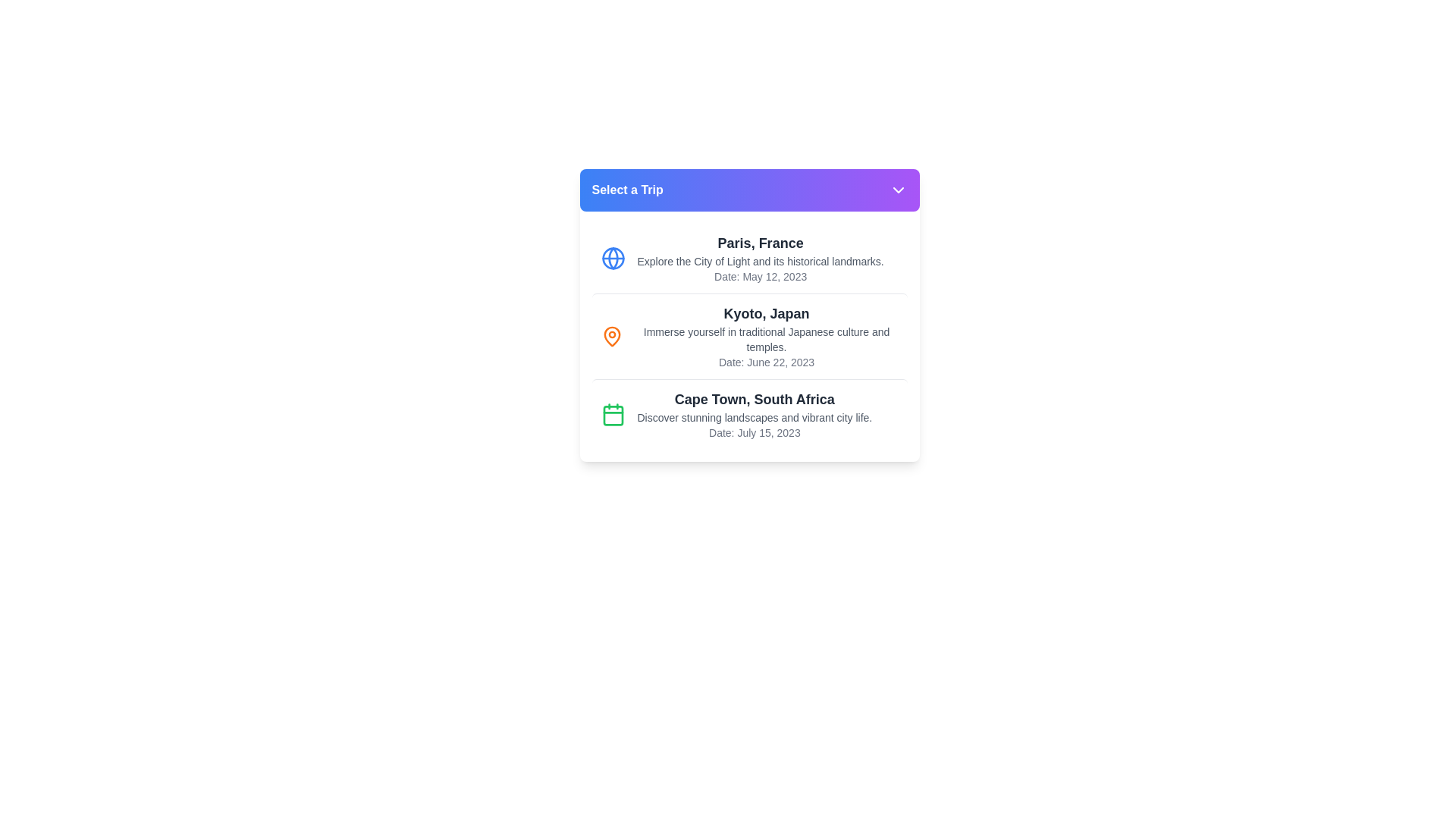 Image resolution: width=1456 pixels, height=819 pixels. What do you see at coordinates (749, 257) in the screenshot?
I see `text from the InformationalCard for the trip option to Paris, which is the first card in the list located below the 'Select a Trip' header` at bounding box center [749, 257].